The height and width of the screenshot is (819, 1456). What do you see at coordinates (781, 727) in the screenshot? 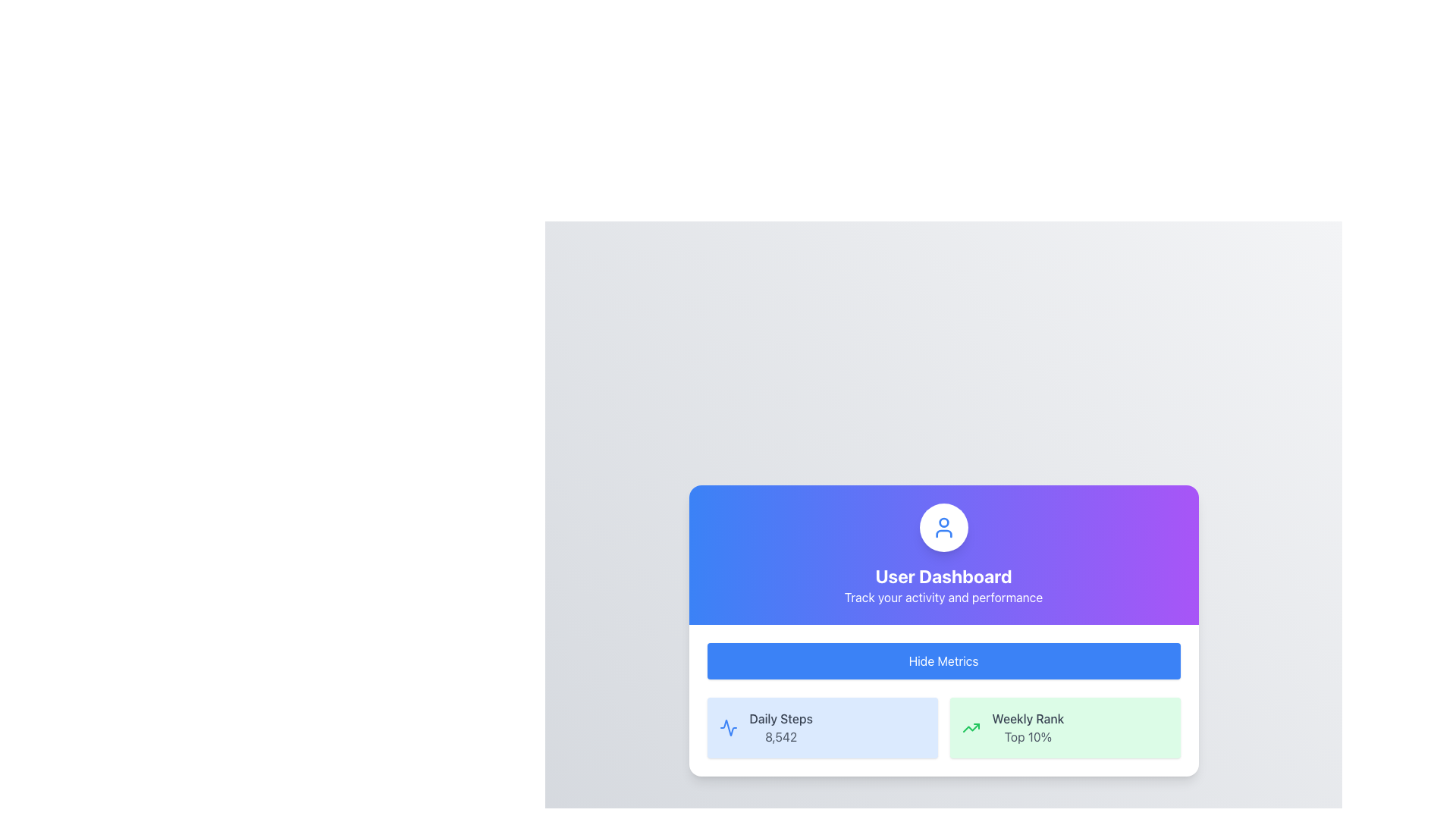
I see `the Text display block that summarizes the user's daily step count, located below the 'Hide Metrics' button and to the left of the 'Weekly Rank' summary box` at bounding box center [781, 727].